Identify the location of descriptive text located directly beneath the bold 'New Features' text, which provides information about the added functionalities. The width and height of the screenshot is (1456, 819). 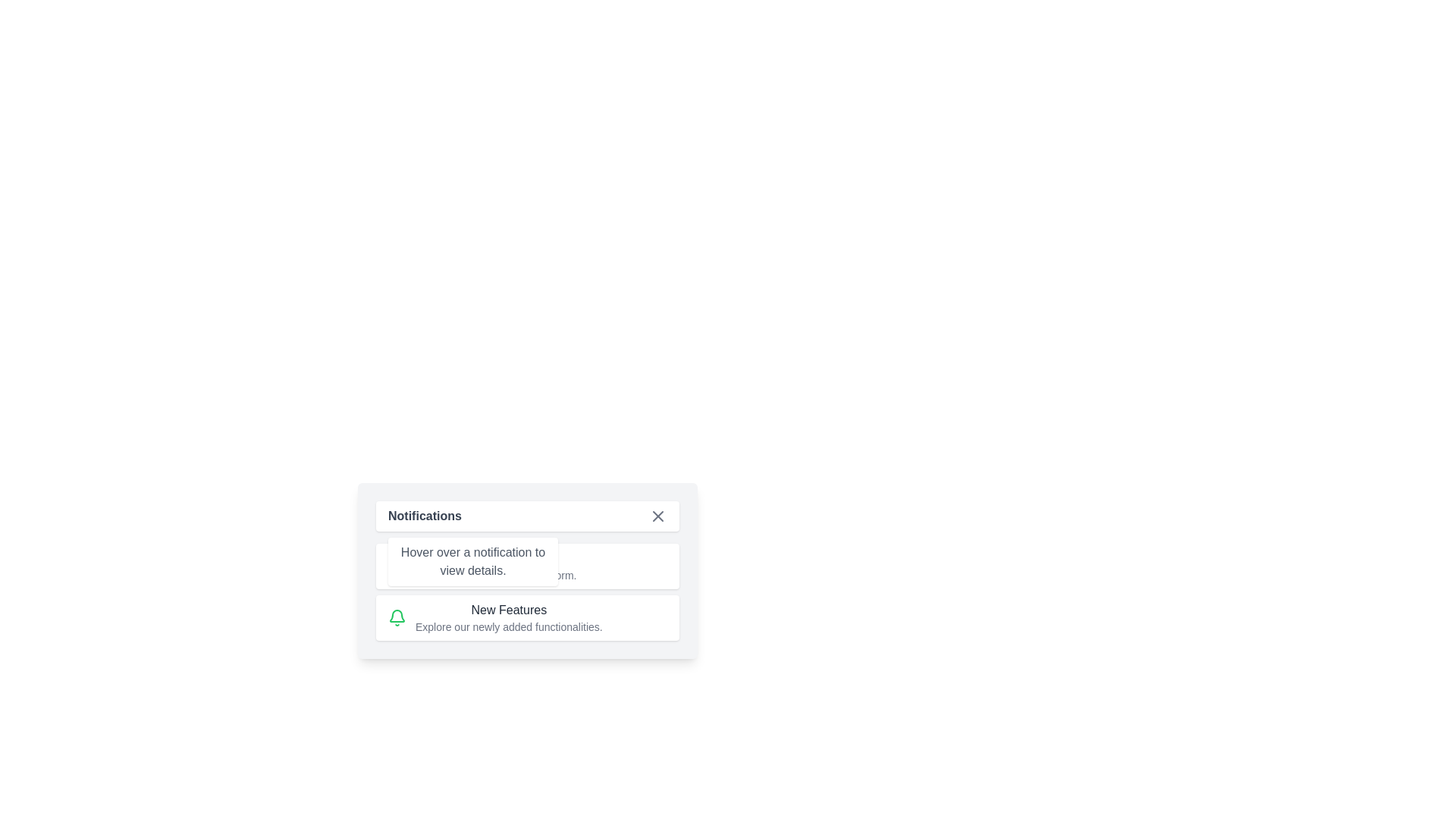
(509, 626).